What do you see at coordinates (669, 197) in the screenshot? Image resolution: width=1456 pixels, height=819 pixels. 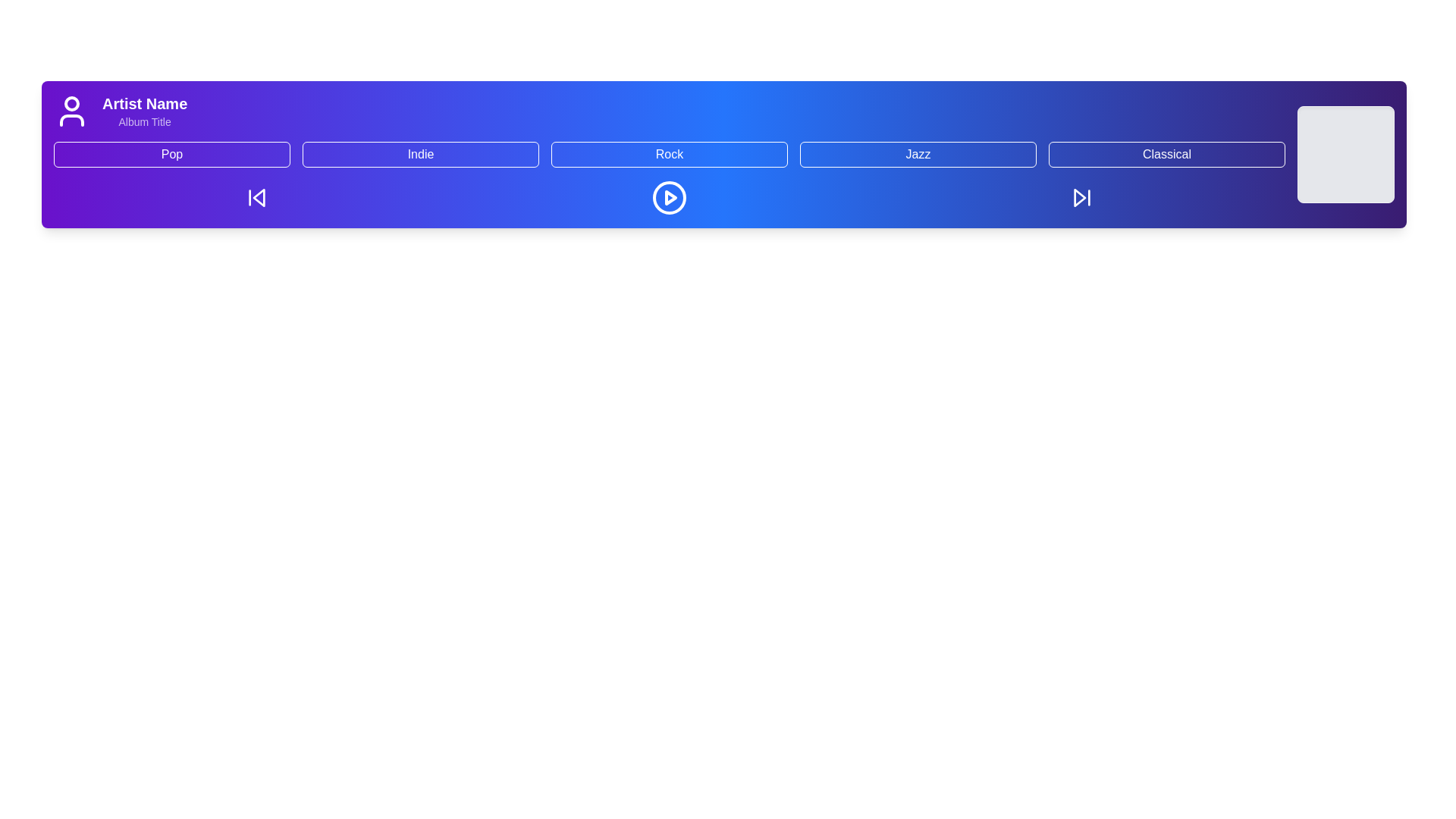 I see `the circular play button with a white outline and blue background` at bounding box center [669, 197].